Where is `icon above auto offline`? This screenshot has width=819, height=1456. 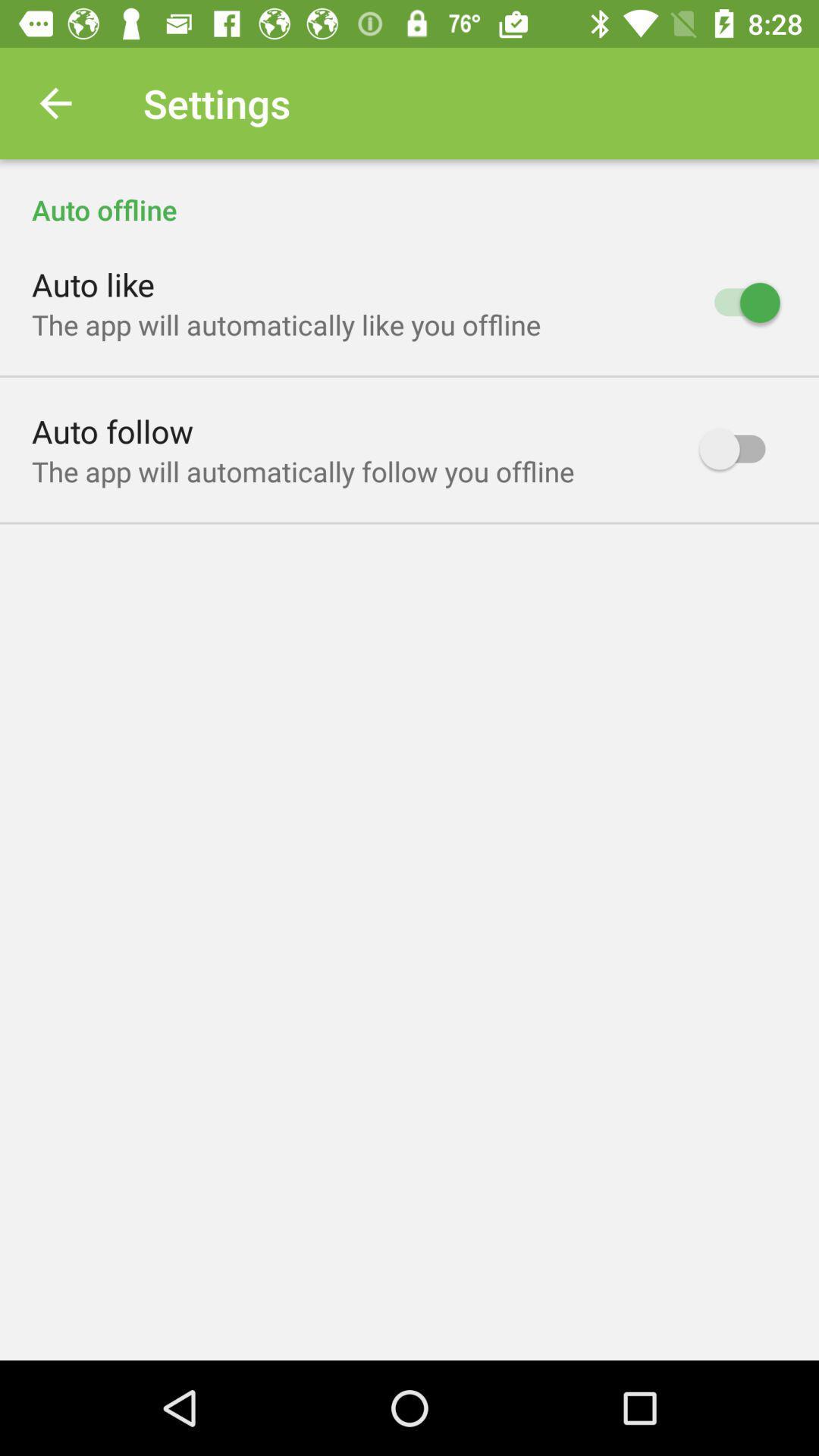 icon above auto offline is located at coordinates (55, 102).